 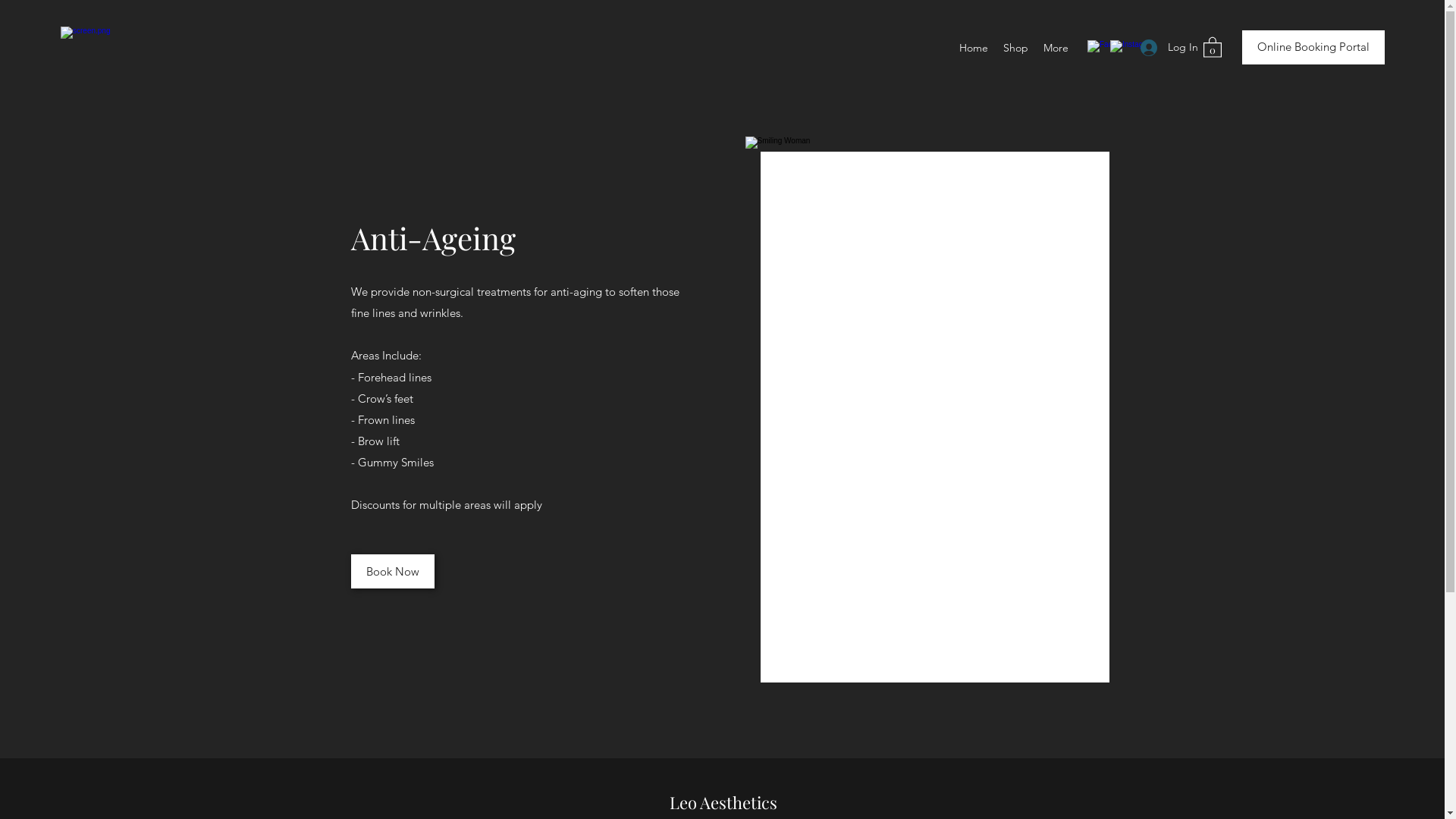 I want to click on 'Leo Aesthetics', so click(x=723, y=801).